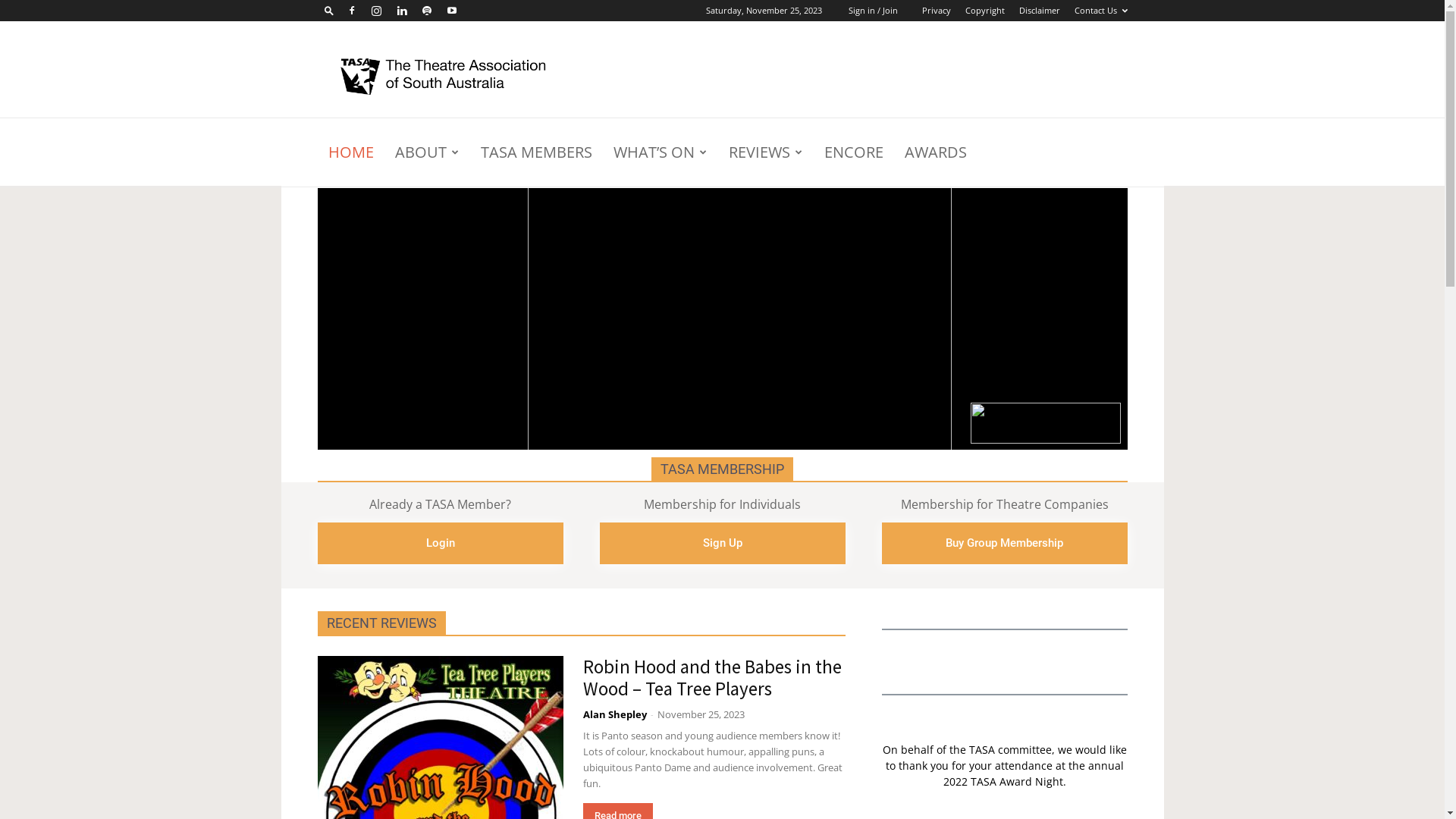 This screenshot has width=1456, height=819. What do you see at coordinates (614, 714) in the screenshot?
I see `'Alan Shepley'` at bounding box center [614, 714].